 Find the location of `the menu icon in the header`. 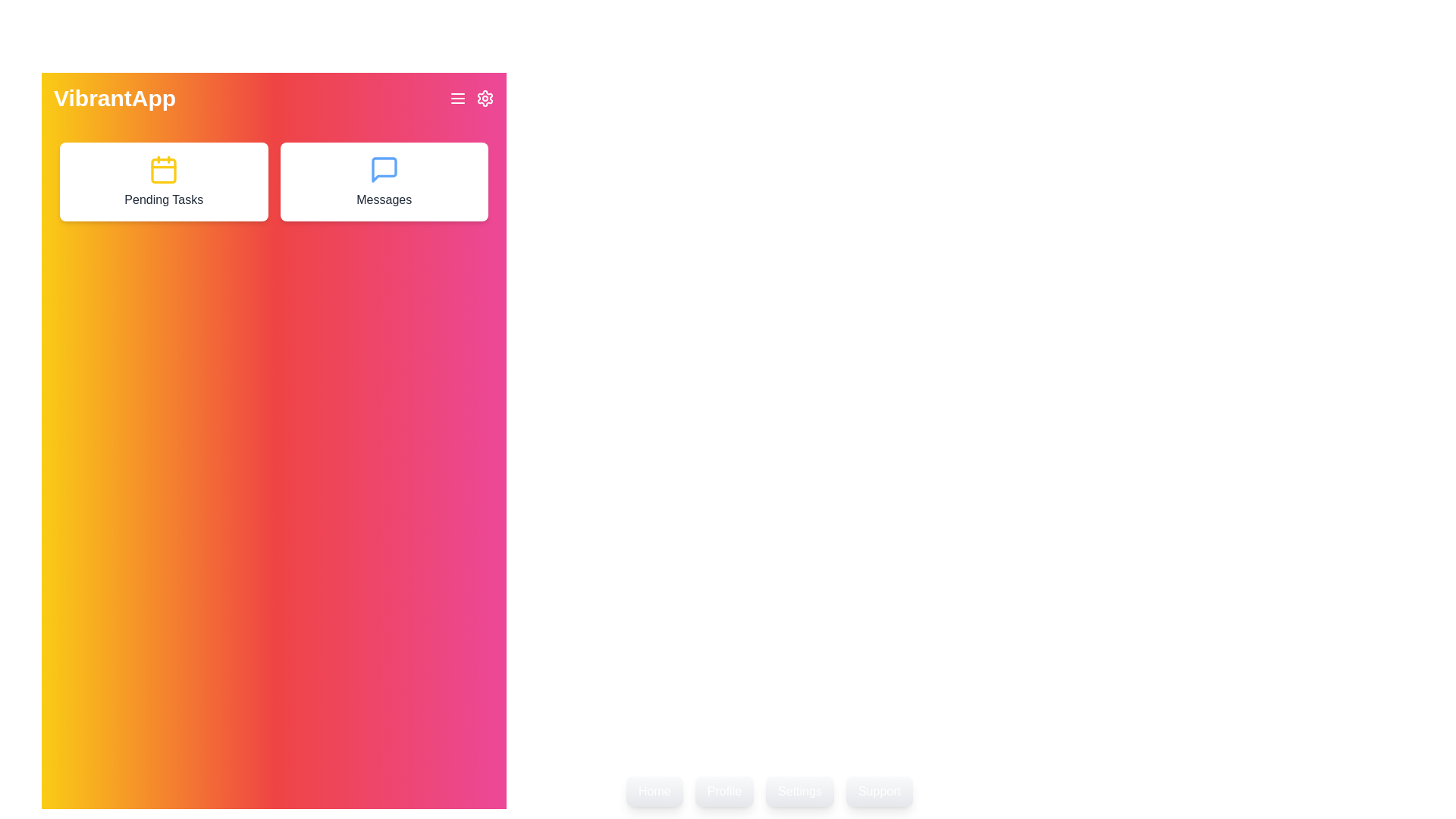

the menu icon in the header is located at coordinates (457, 99).